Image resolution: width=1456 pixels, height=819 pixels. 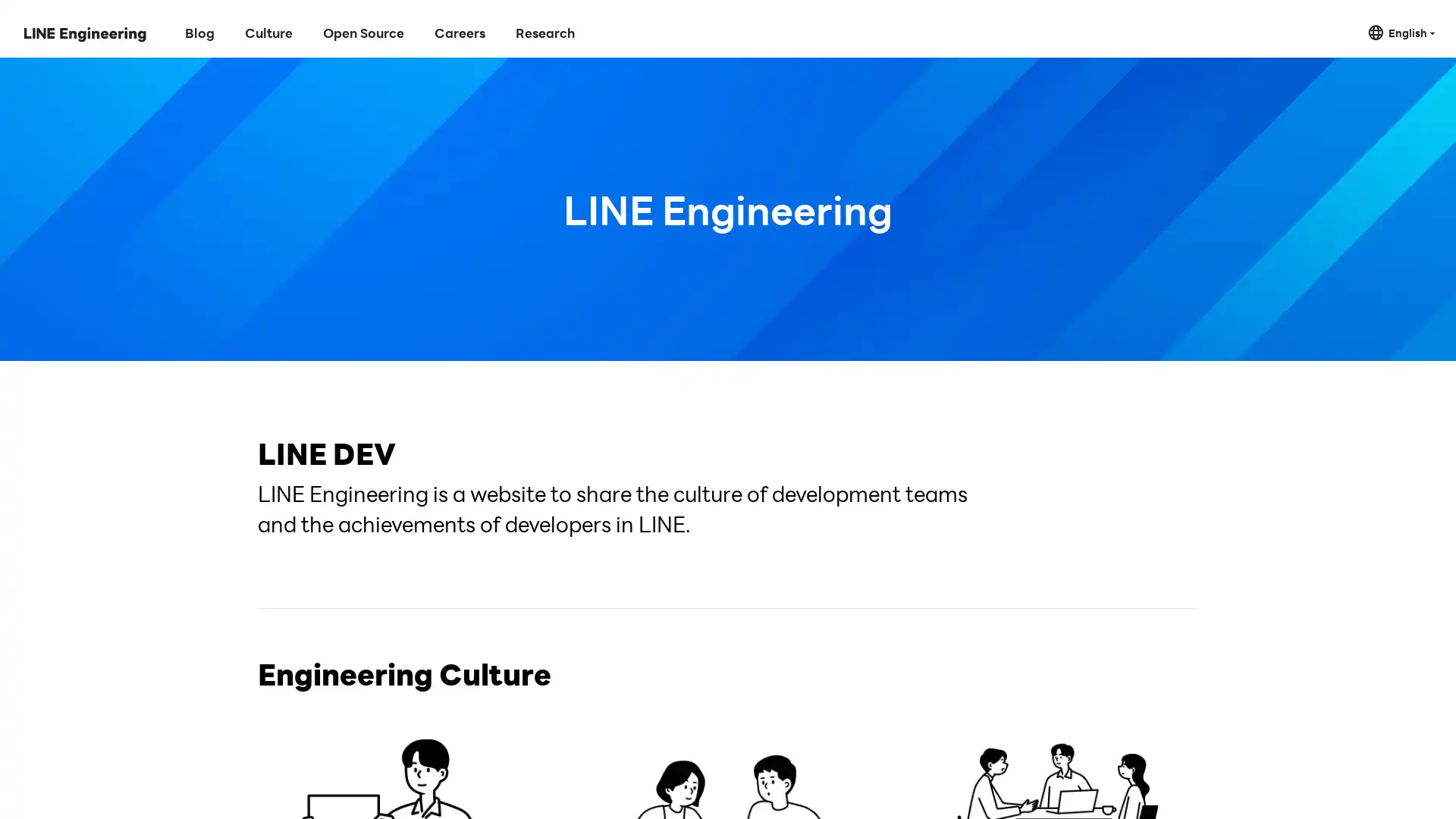 I want to click on Close, so click(x=1426, y=33).